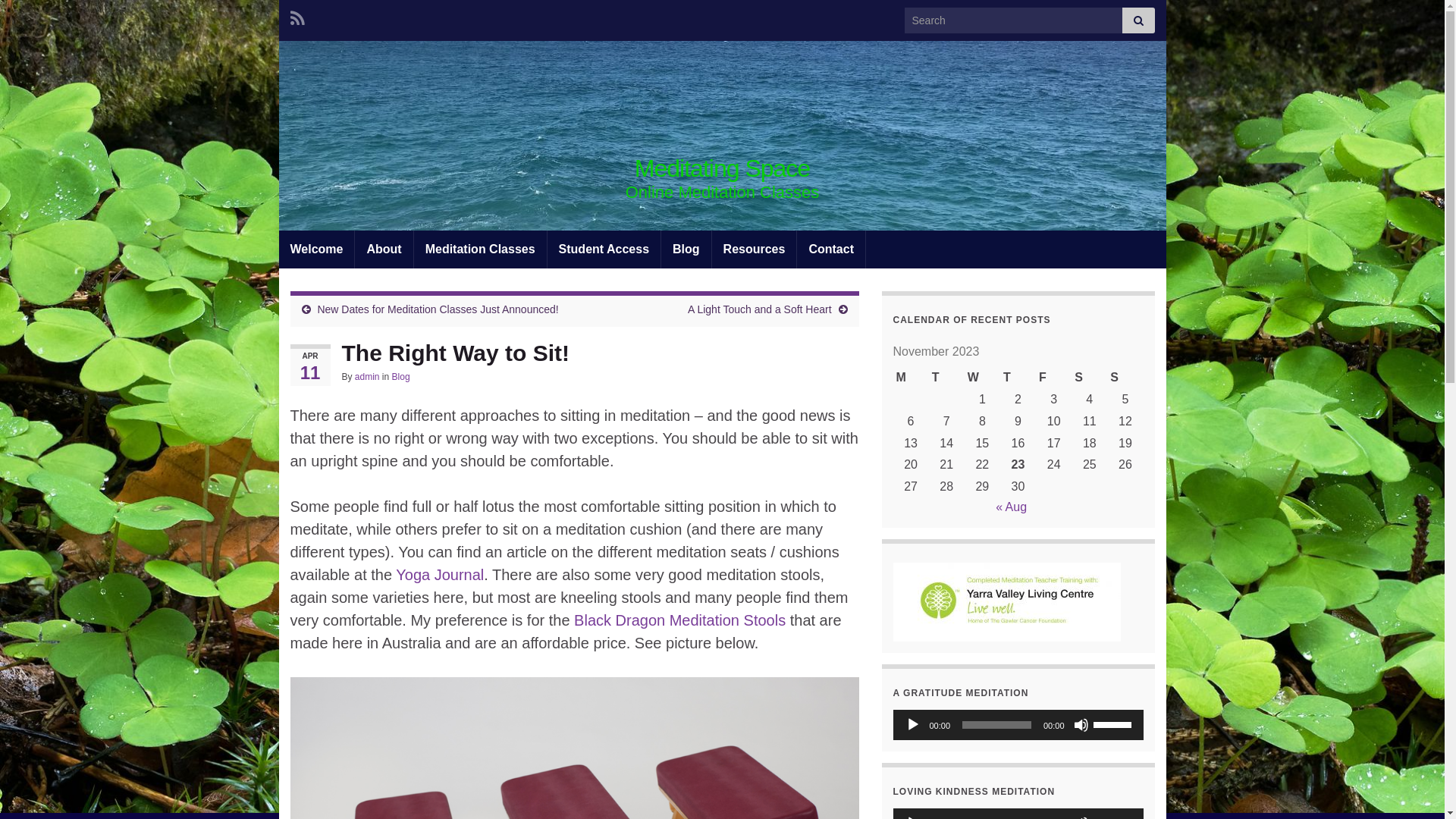 The width and height of the screenshot is (1456, 819). Describe the element at coordinates (436, 309) in the screenshot. I see `'New Dates for Meditation Classes Just Announced!'` at that location.